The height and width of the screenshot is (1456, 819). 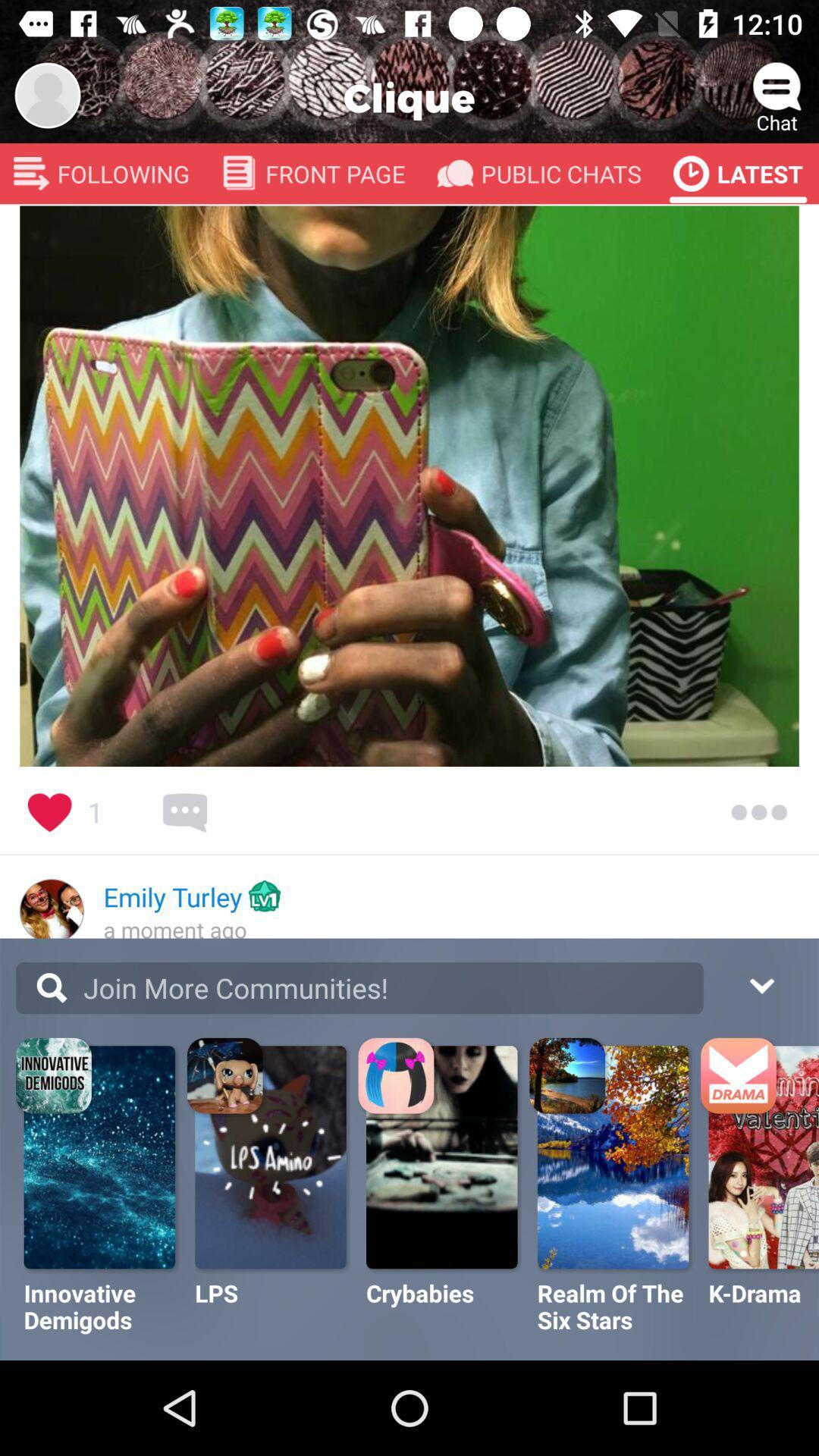 What do you see at coordinates (102, 1156) in the screenshot?
I see `the image on top of innovative demigods text` at bounding box center [102, 1156].